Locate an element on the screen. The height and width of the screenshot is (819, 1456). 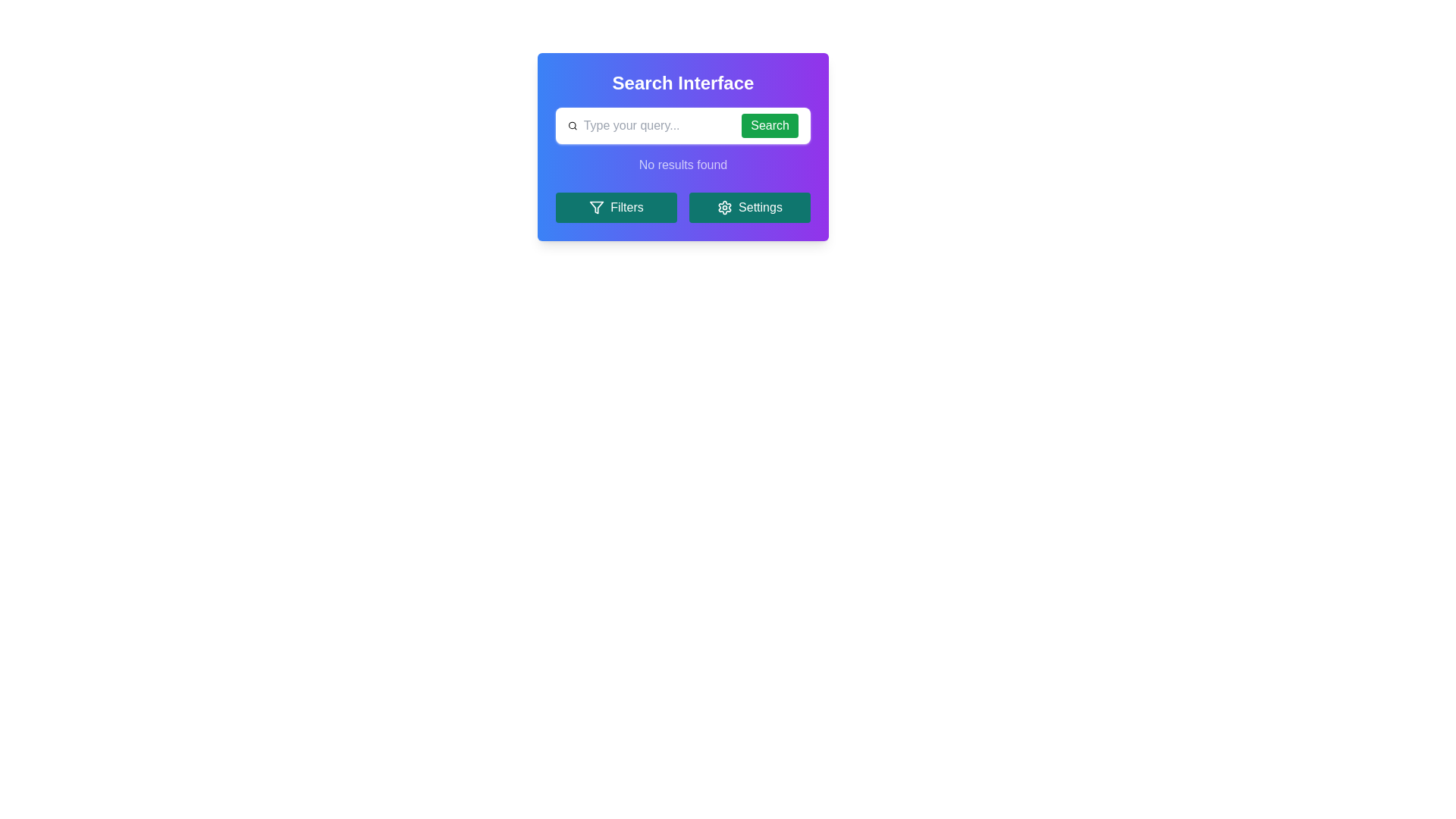
the 'Filters' button to apply filters on the content displayed in the interface, which is located in the first column of a two-column grid layout, below the 'No results found' text is located at coordinates (616, 207).